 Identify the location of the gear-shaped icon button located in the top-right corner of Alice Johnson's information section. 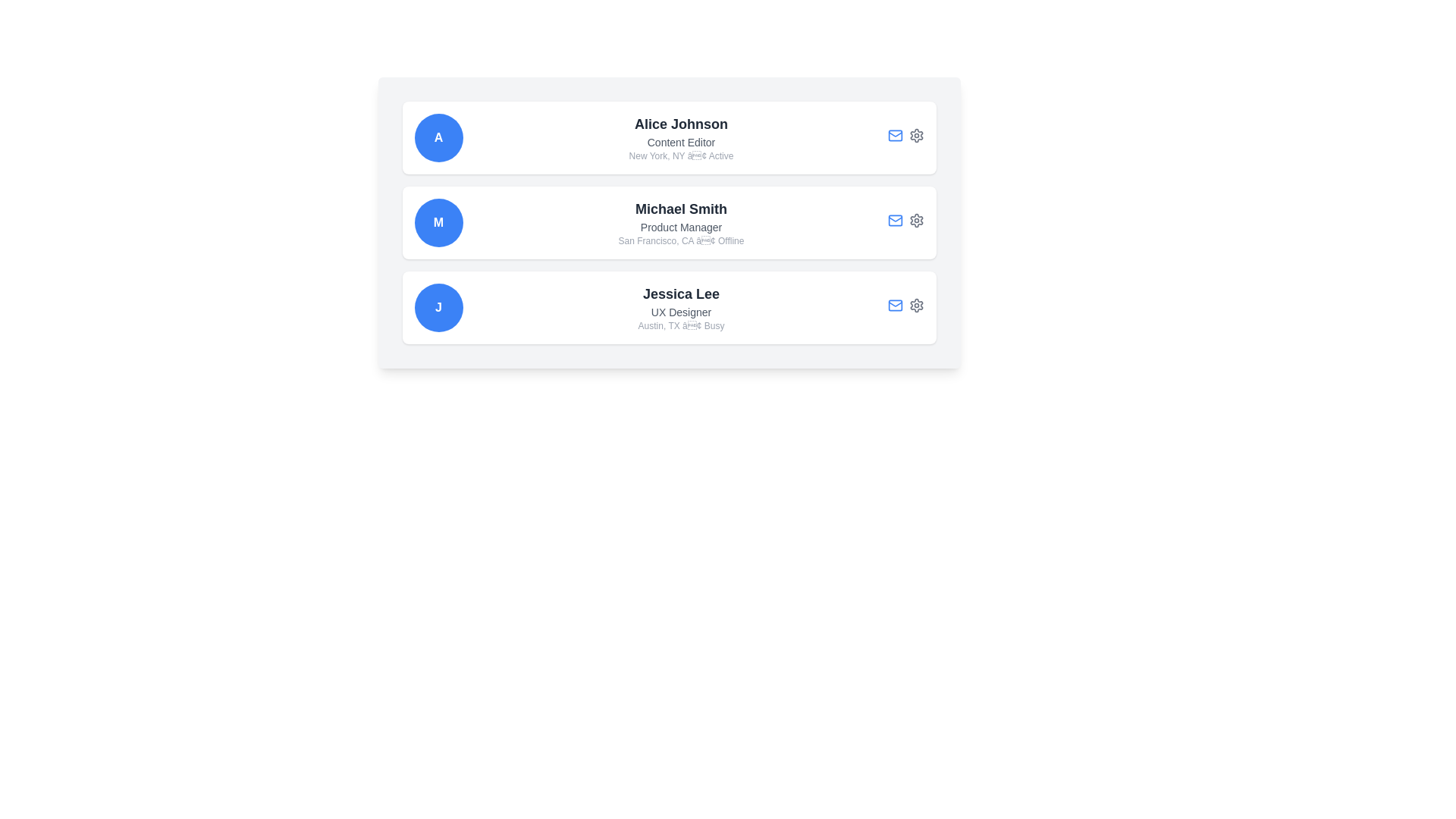
(915, 134).